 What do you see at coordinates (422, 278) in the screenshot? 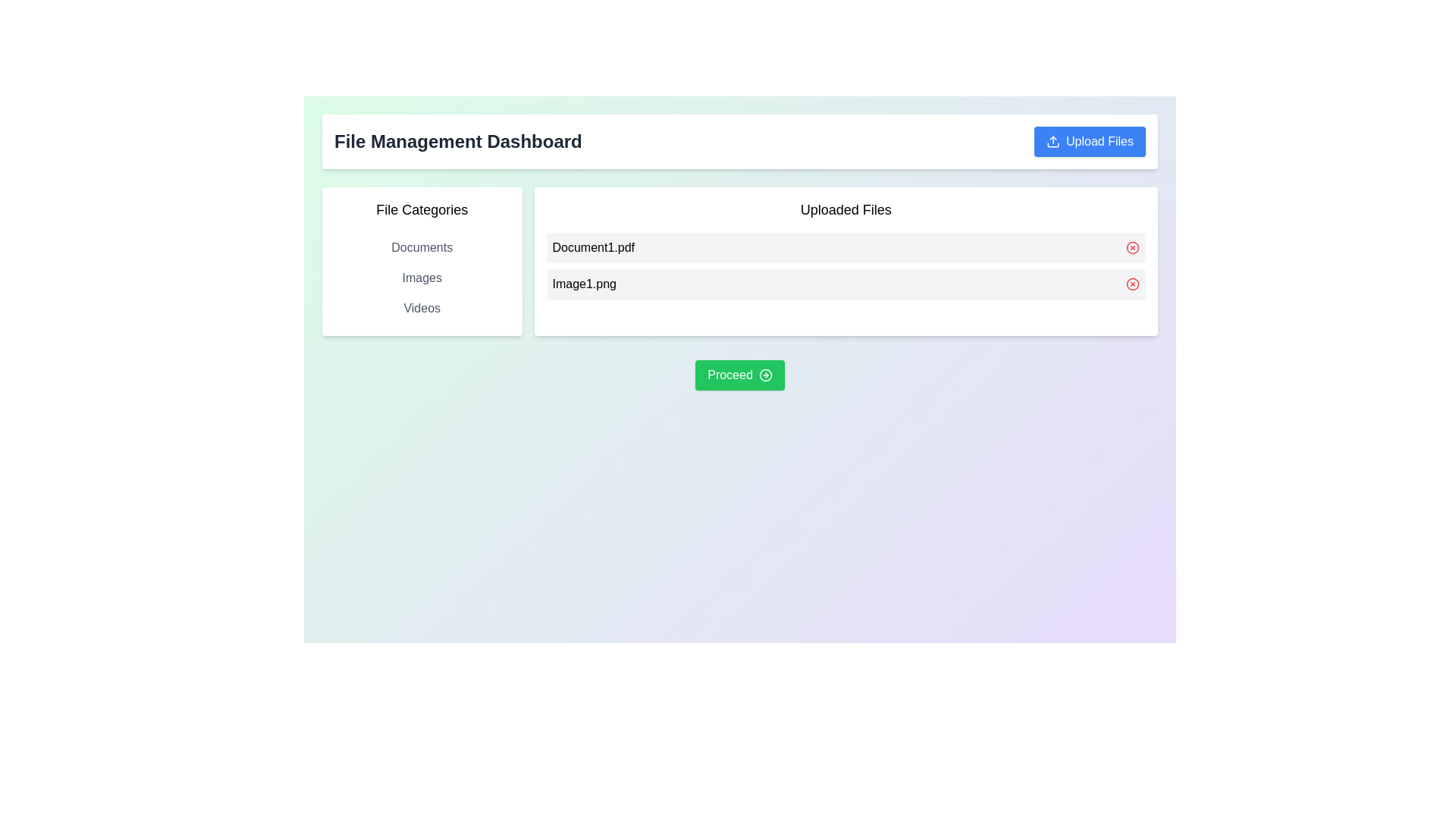
I see `the 'Images' text link, which is styled in gray and is the second item in the vertical list under the 'File Categories' card` at bounding box center [422, 278].